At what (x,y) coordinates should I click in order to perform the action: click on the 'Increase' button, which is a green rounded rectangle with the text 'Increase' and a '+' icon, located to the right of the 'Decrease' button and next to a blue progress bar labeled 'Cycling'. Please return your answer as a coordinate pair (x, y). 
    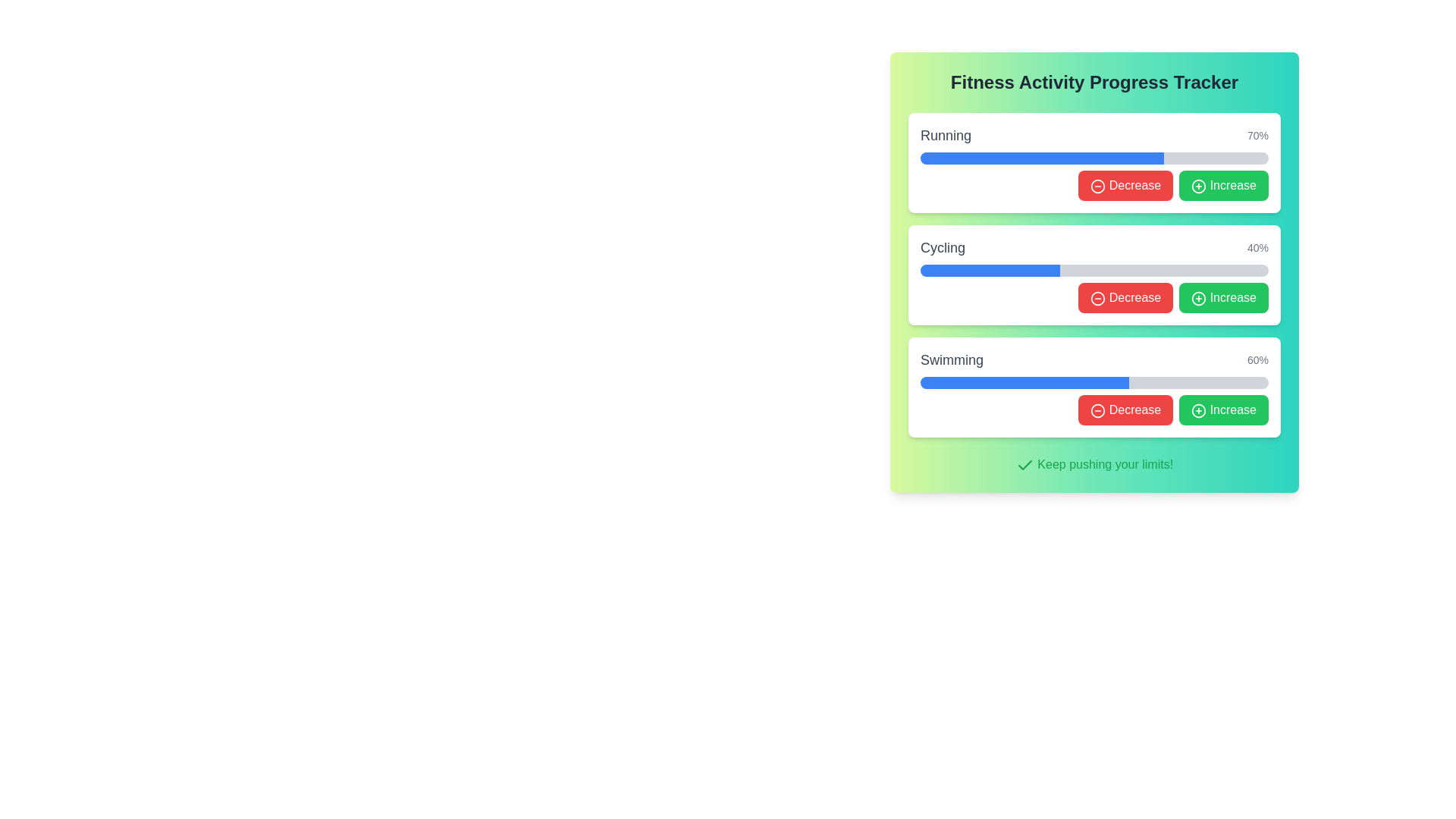
    Looking at the image, I should click on (1224, 298).